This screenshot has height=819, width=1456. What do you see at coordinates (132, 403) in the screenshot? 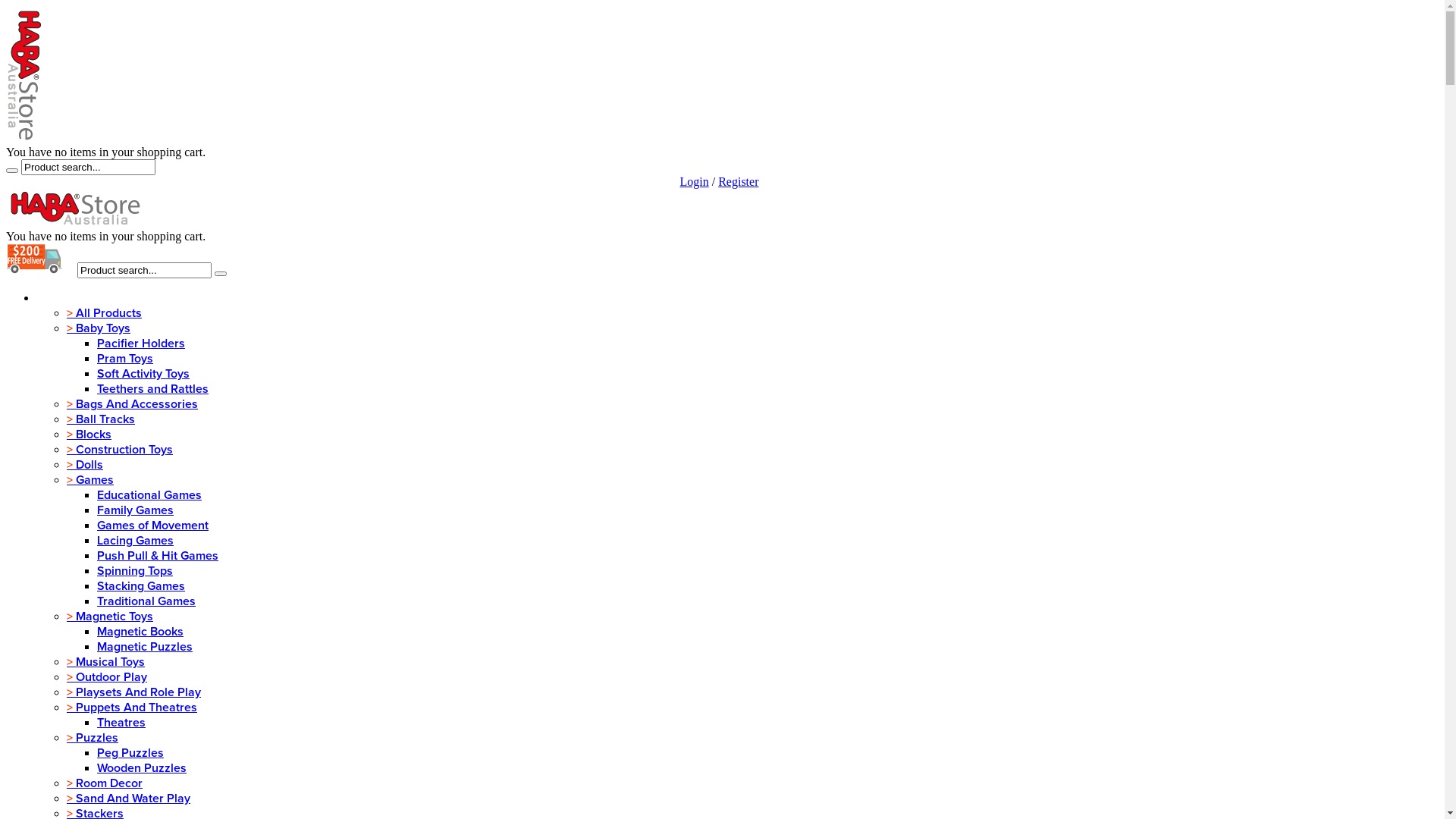
I see `'> Bags And Accessories'` at bounding box center [132, 403].